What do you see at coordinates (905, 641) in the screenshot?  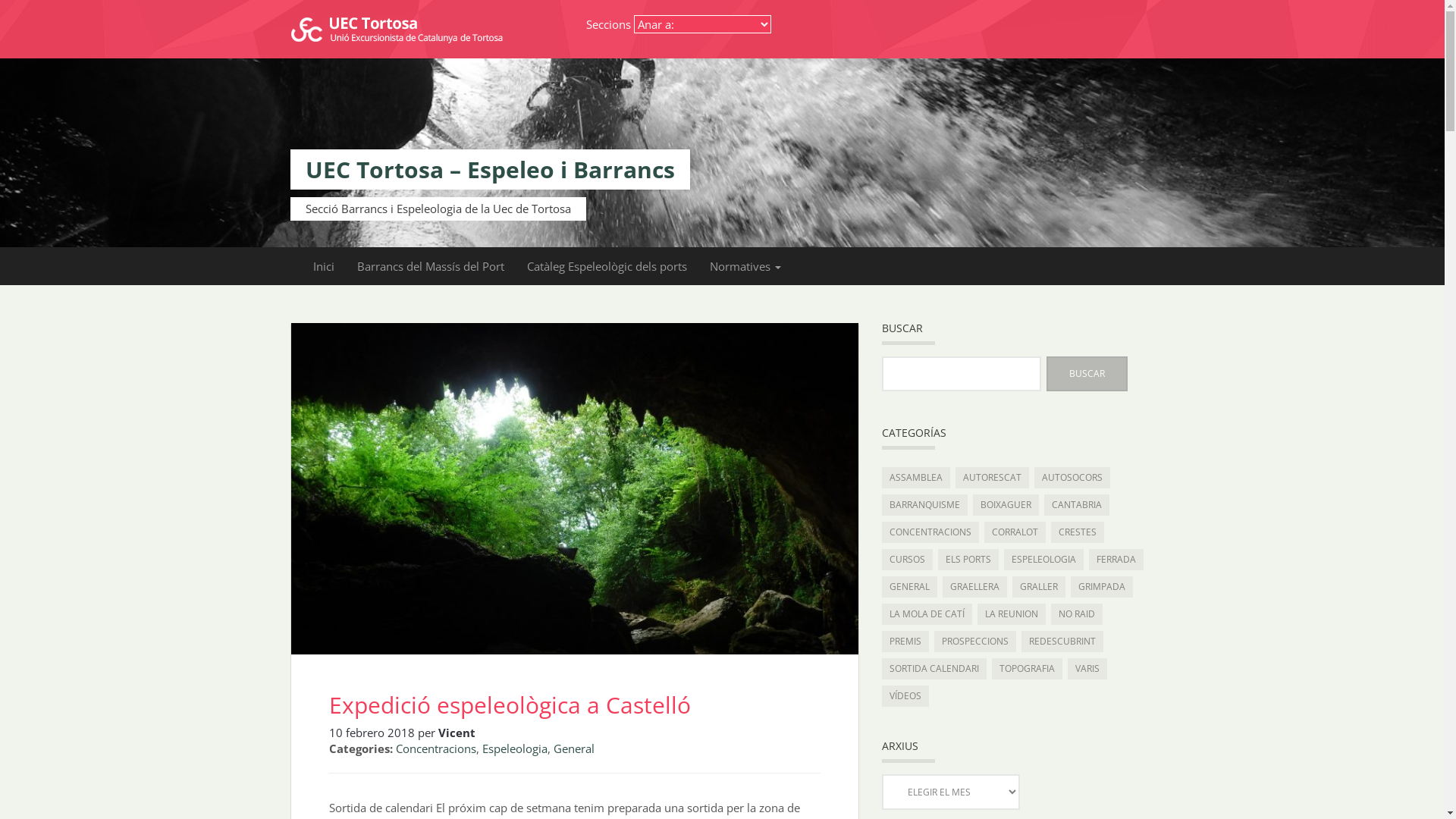 I see `'PREMIS'` at bounding box center [905, 641].